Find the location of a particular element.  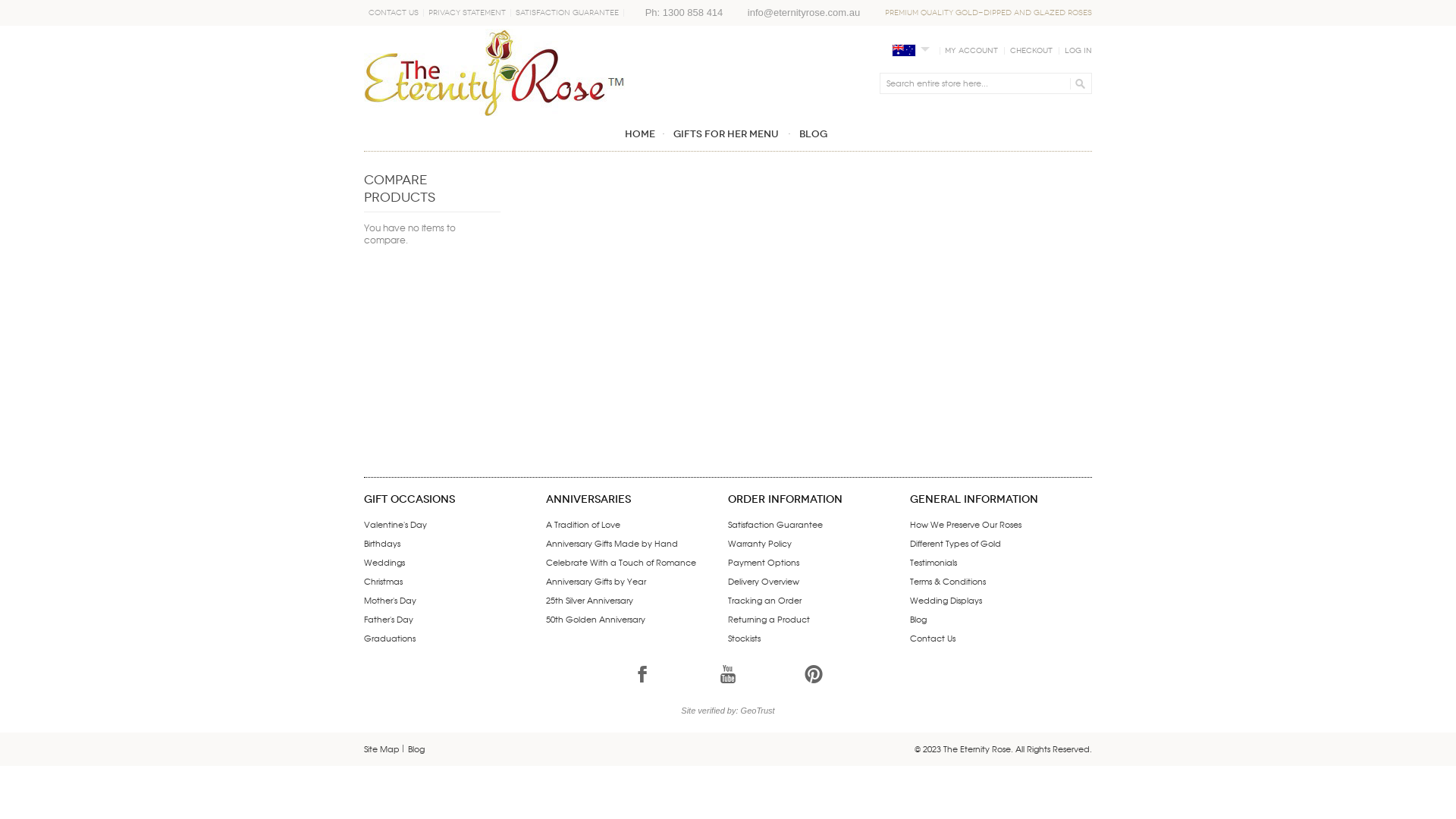

'Weddings' is located at coordinates (384, 562).